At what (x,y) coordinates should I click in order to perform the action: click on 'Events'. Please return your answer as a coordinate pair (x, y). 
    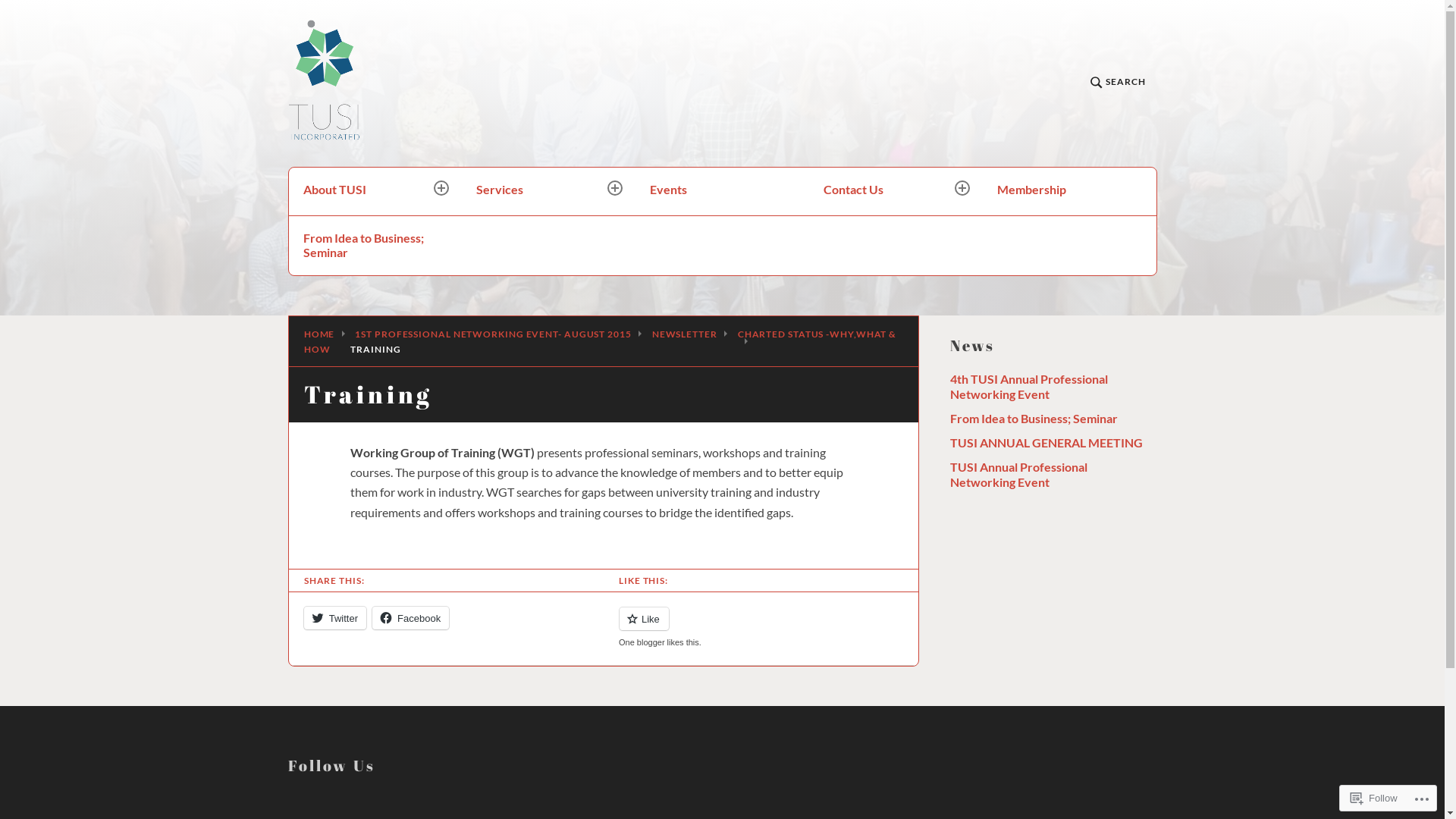
    Looking at the image, I should click on (721, 190).